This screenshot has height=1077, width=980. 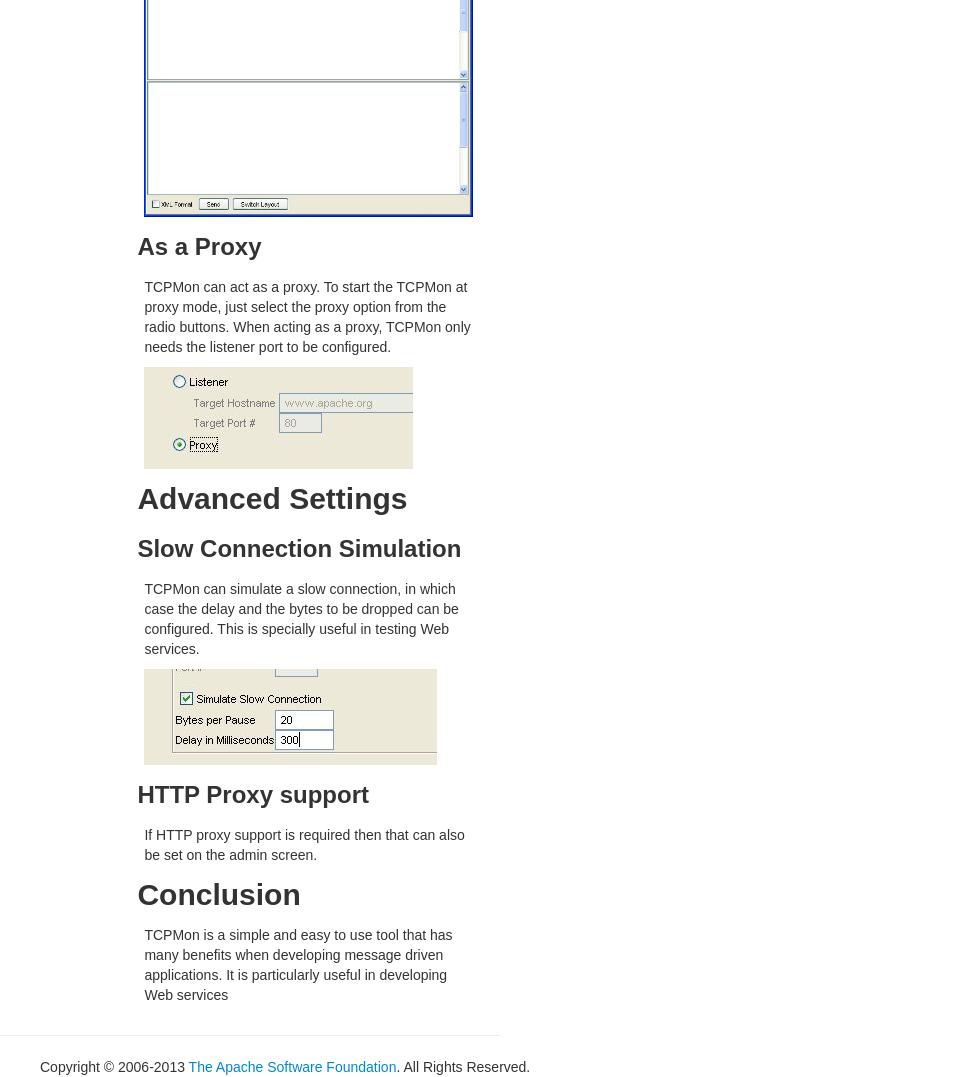 I want to click on 'Advanced Settings', so click(x=272, y=497).